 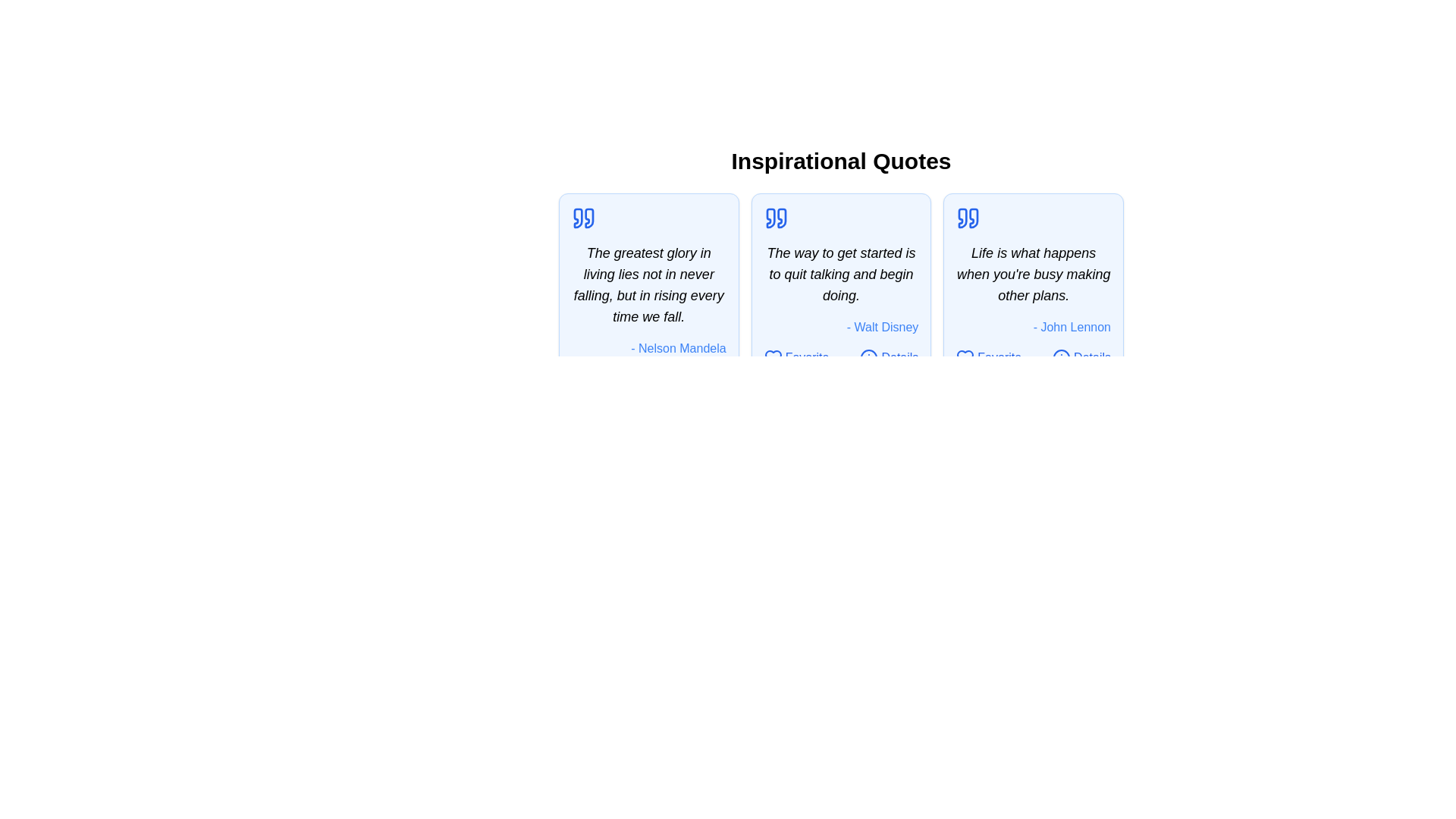 What do you see at coordinates (648, 297) in the screenshot?
I see `the card with a light blue background featuring a quotation mark icon at the top left, containing an italicized quote and an author's name in blue text, positioned below the heading 'Inspirational Quotes'` at bounding box center [648, 297].